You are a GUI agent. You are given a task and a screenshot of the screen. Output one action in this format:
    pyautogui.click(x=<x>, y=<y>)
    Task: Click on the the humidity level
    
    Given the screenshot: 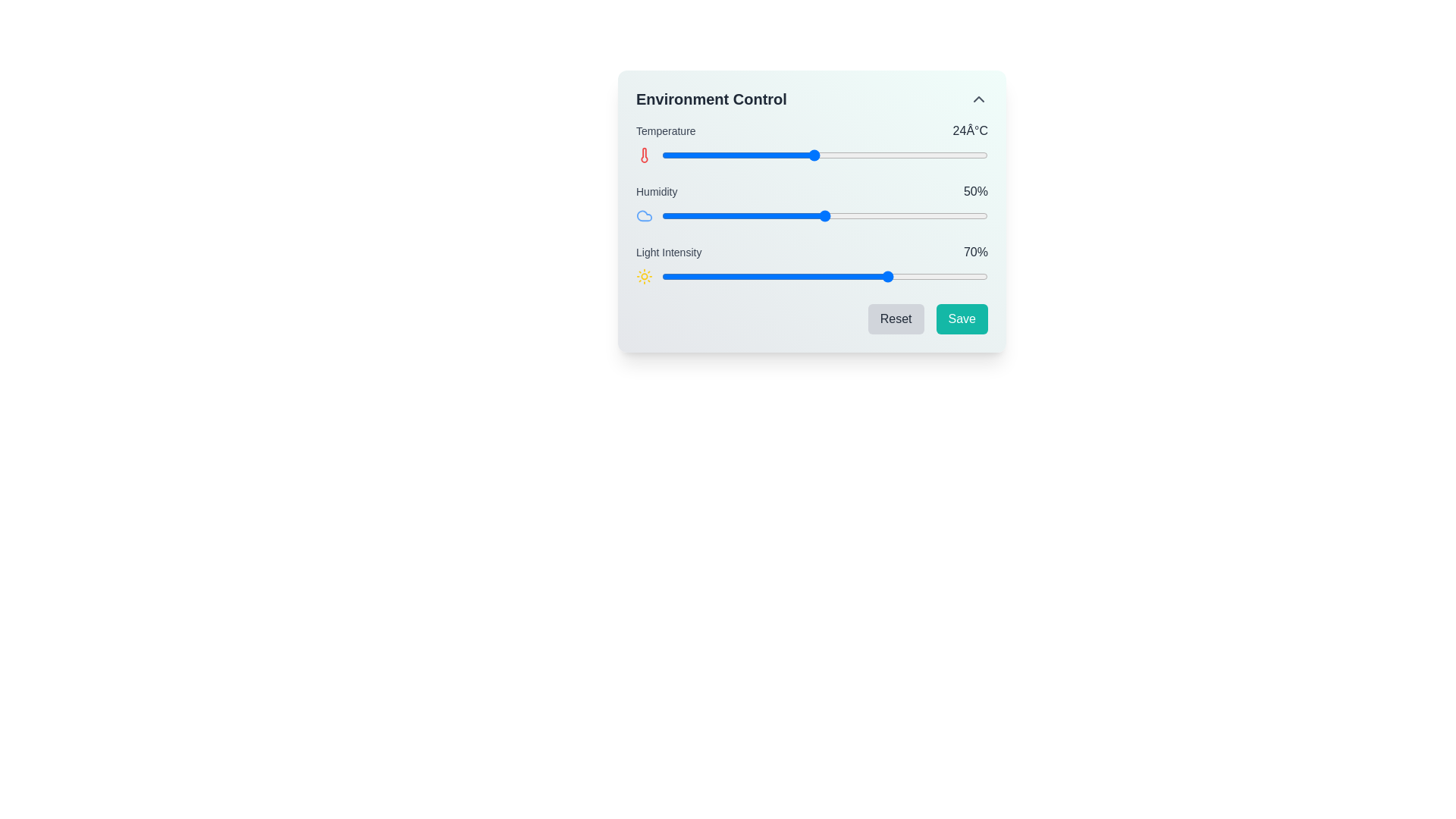 What is the action you would take?
    pyautogui.click(x=776, y=216)
    